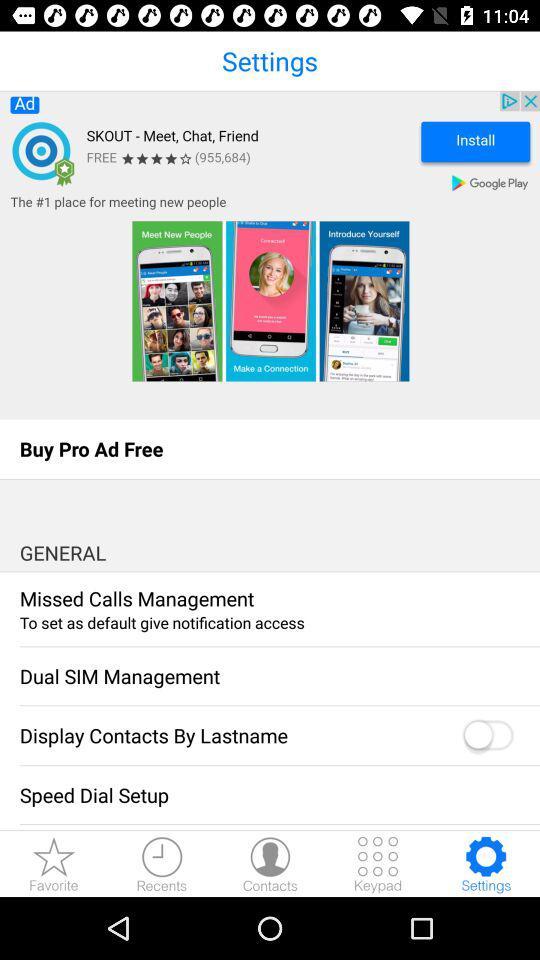  I want to click on the star icon, so click(54, 863).